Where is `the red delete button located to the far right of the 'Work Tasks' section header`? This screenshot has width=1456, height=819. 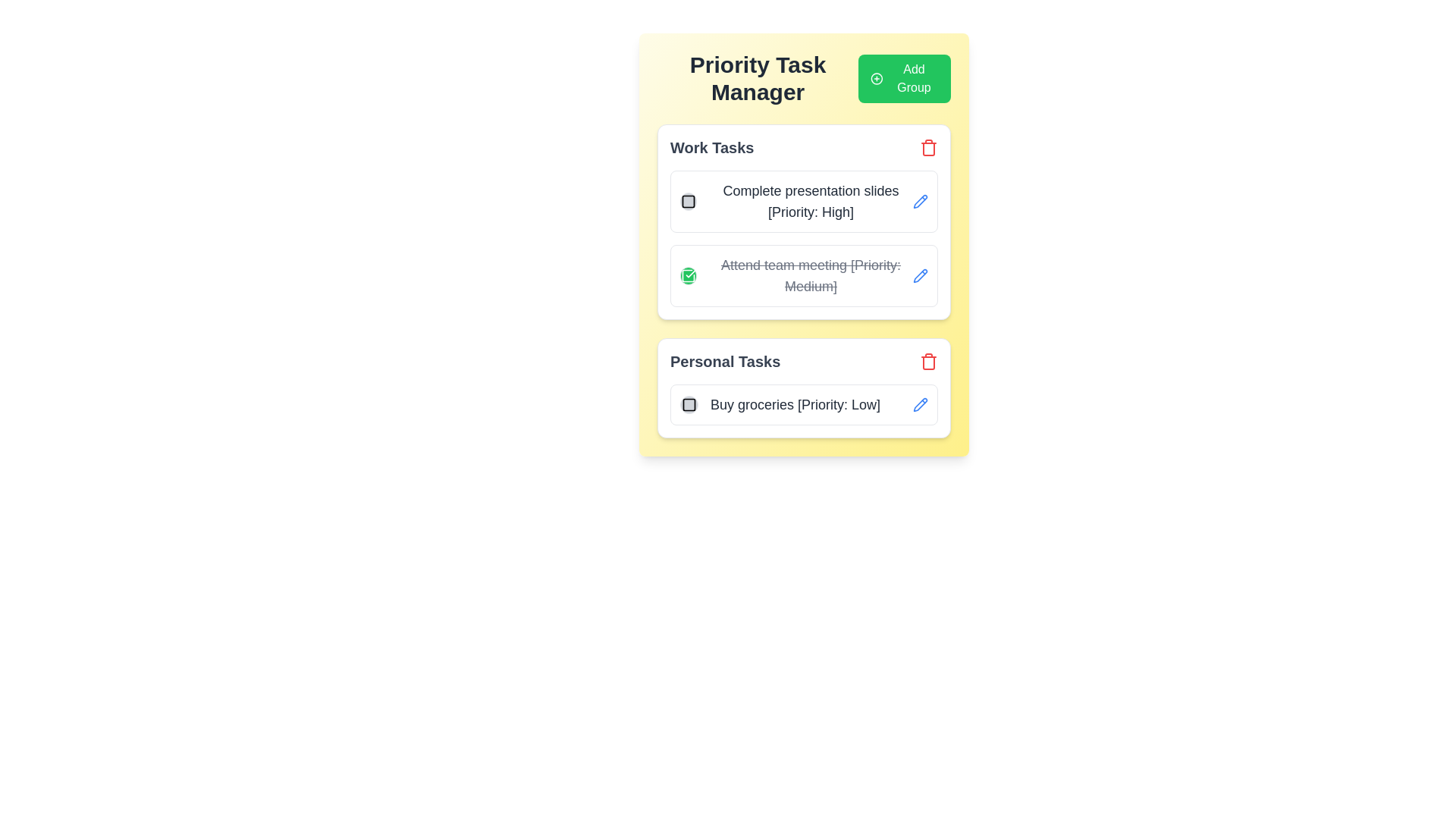 the red delete button located to the far right of the 'Work Tasks' section header is located at coordinates (927, 148).